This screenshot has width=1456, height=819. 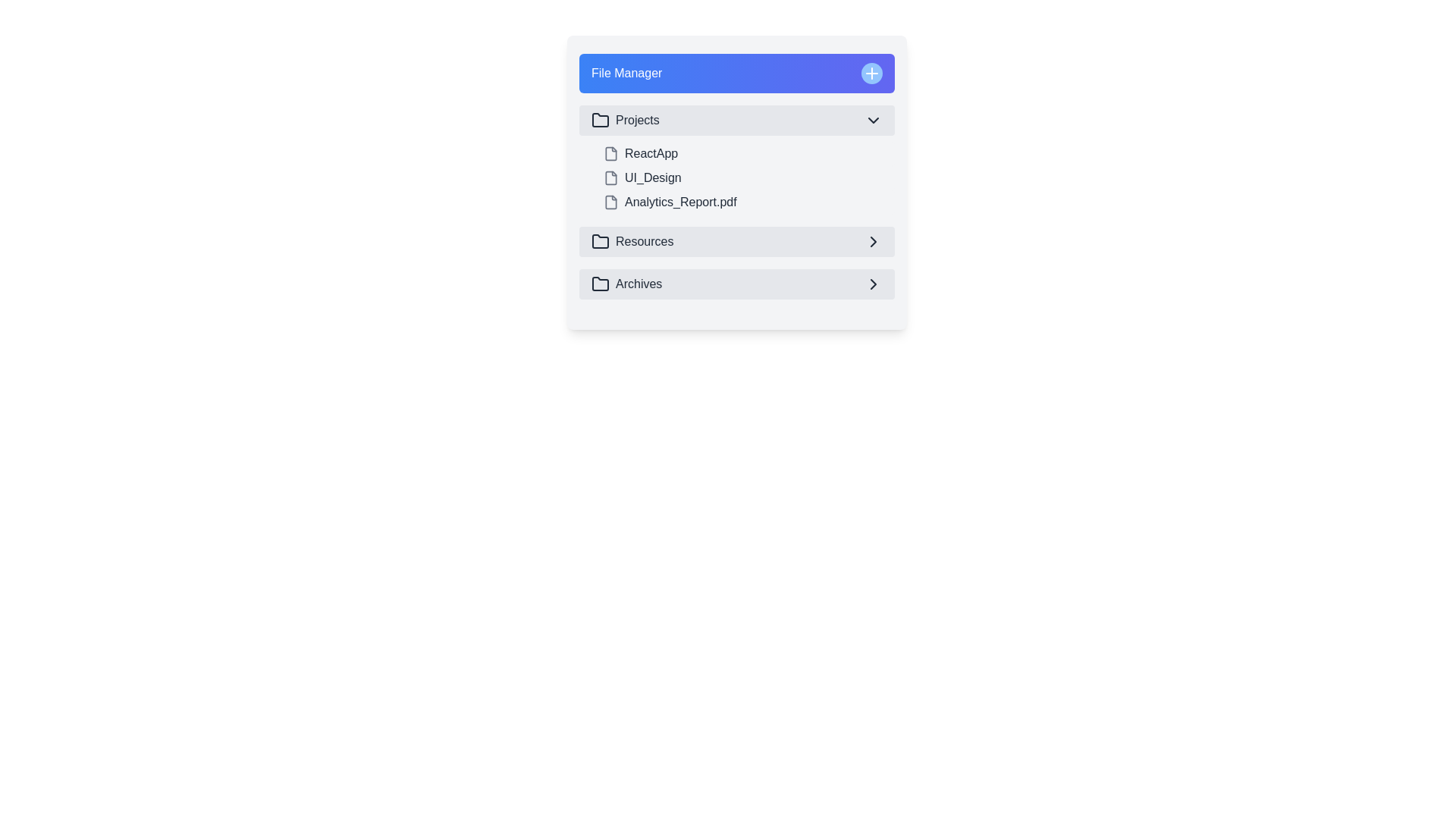 I want to click on the Dropdown toggle button represented by a downward-facing arrow icon, located to the right of the 'Projects' label in the 'File Manager' section, to indicate it is interactive, so click(x=874, y=119).